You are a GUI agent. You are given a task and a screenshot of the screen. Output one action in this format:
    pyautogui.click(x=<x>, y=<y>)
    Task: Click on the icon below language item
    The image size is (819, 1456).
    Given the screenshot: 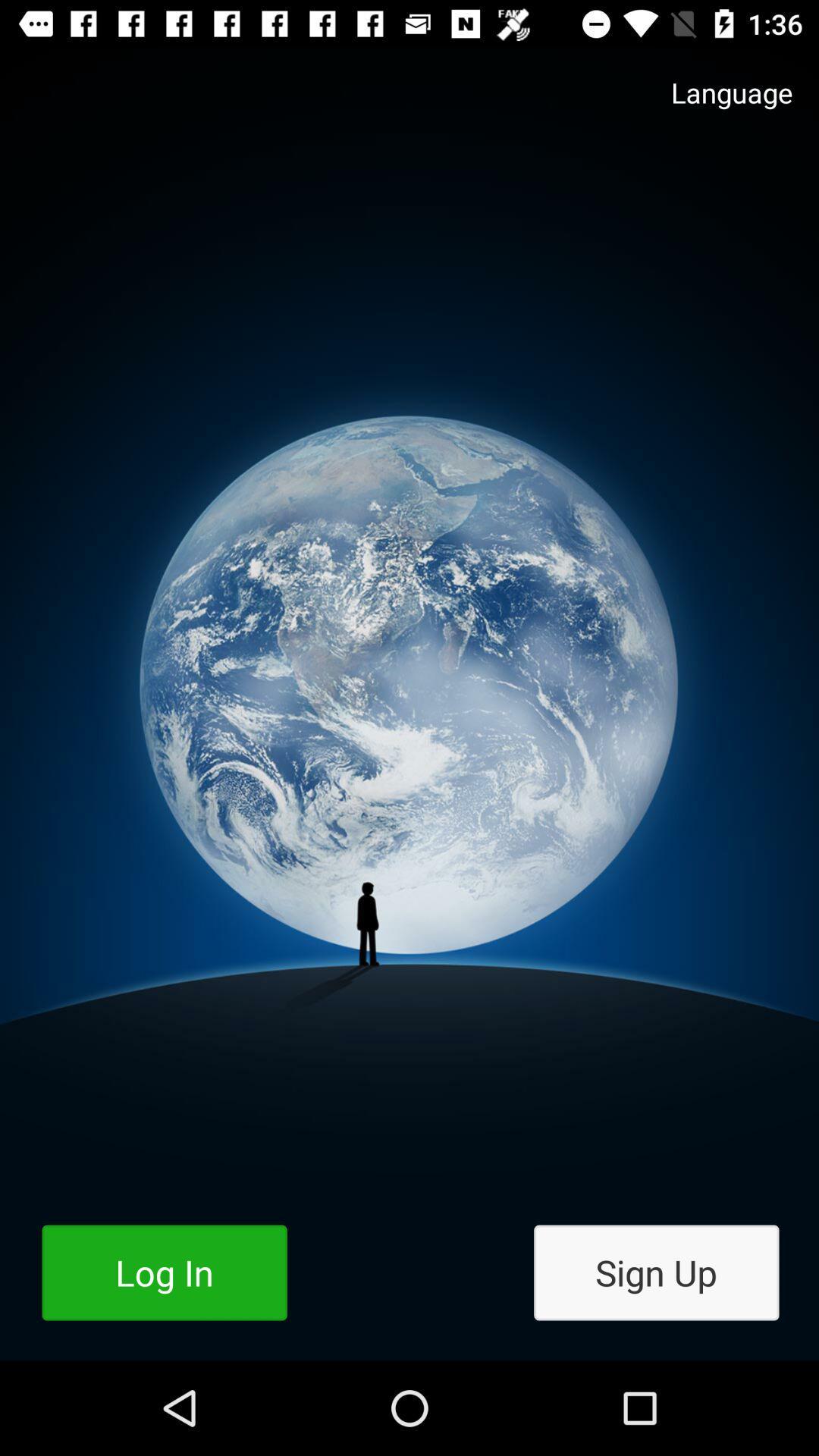 What is the action you would take?
    pyautogui.click(x=655, y=1272)
    